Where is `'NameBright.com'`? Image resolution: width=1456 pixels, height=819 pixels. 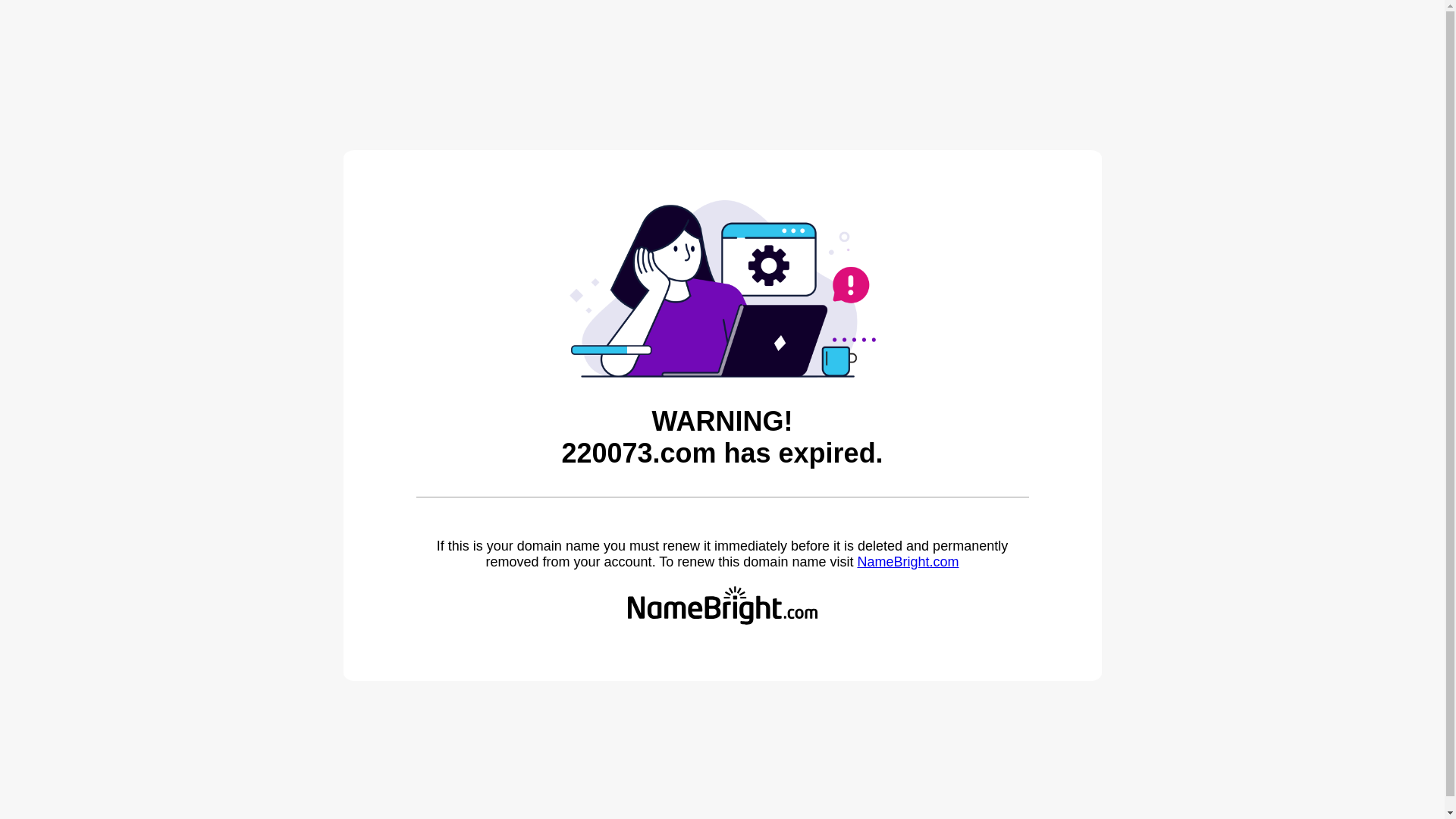 'NameBright.com' is located at coordinates (907, 561).